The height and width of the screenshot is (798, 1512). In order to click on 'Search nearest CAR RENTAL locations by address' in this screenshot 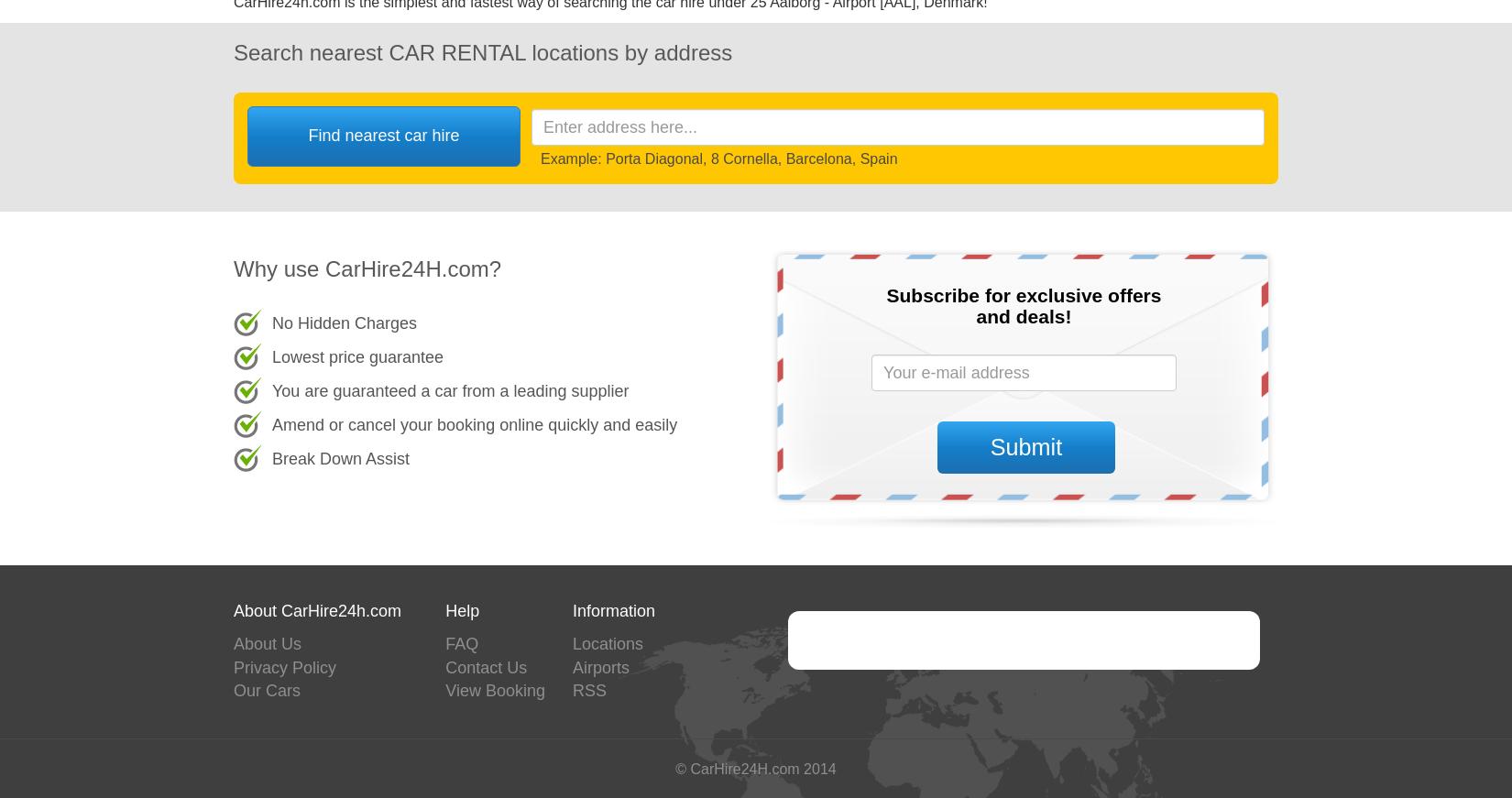, I will do `click(482, 50)`.